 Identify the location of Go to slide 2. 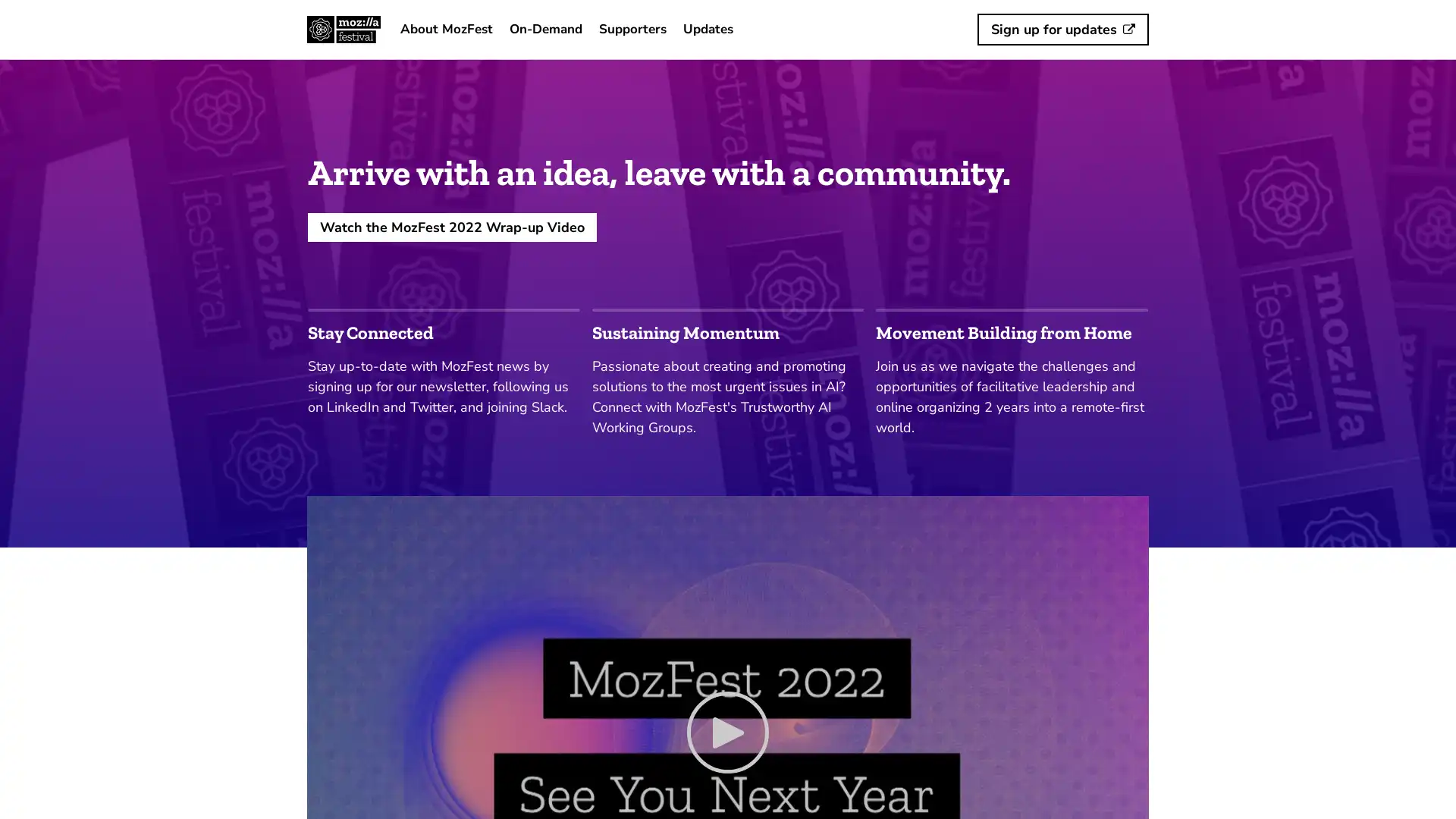
(726, 309).